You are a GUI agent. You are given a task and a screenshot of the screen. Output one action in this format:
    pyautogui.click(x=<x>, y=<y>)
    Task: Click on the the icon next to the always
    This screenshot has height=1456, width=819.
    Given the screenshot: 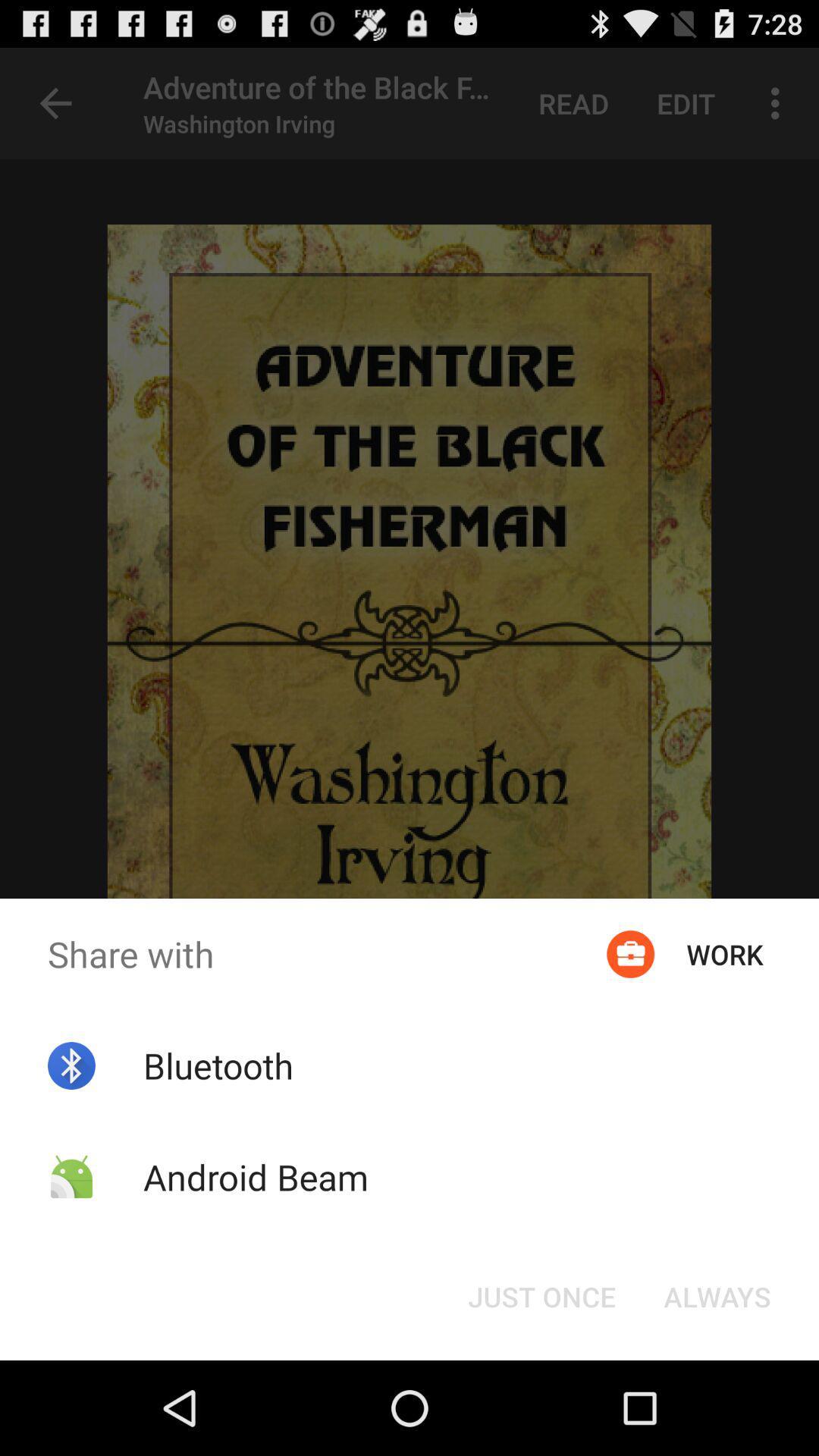 What is the action you would take?
    pyautogui.click(x=541, y=1295)
    